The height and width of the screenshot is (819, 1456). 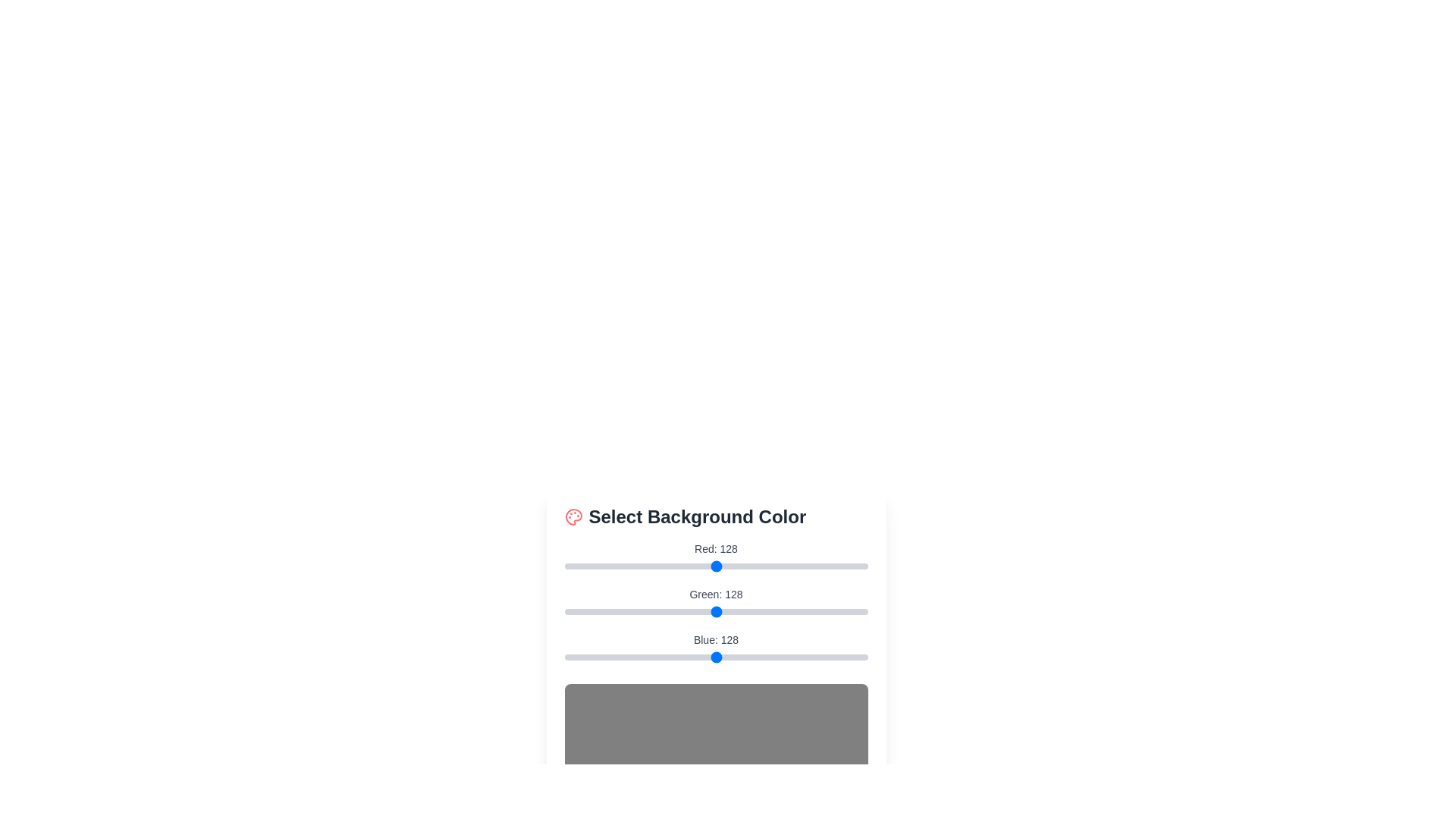 I want to click on the green color slider to set the green component to 43, so click(x=615, y=610).